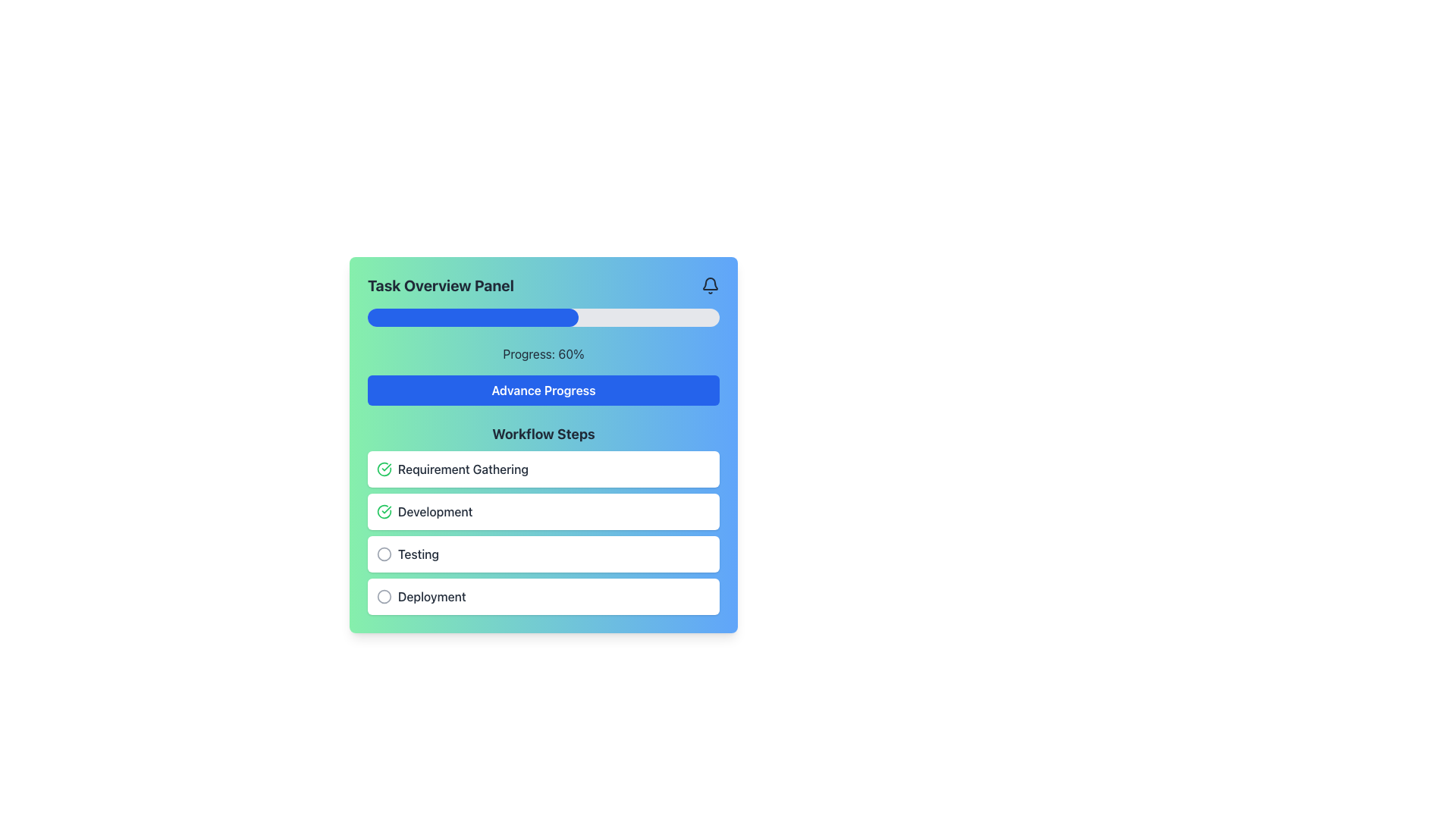 This screenshot has width=1456, height=819. What do you see at coordinates (384, 512) in the screenshot?
I see `the status indicator icon signaling completion of the 'Development' step in the 'Workflow Steps' section of the 'Task Overview Panel'` at bounding box center [384, 512].